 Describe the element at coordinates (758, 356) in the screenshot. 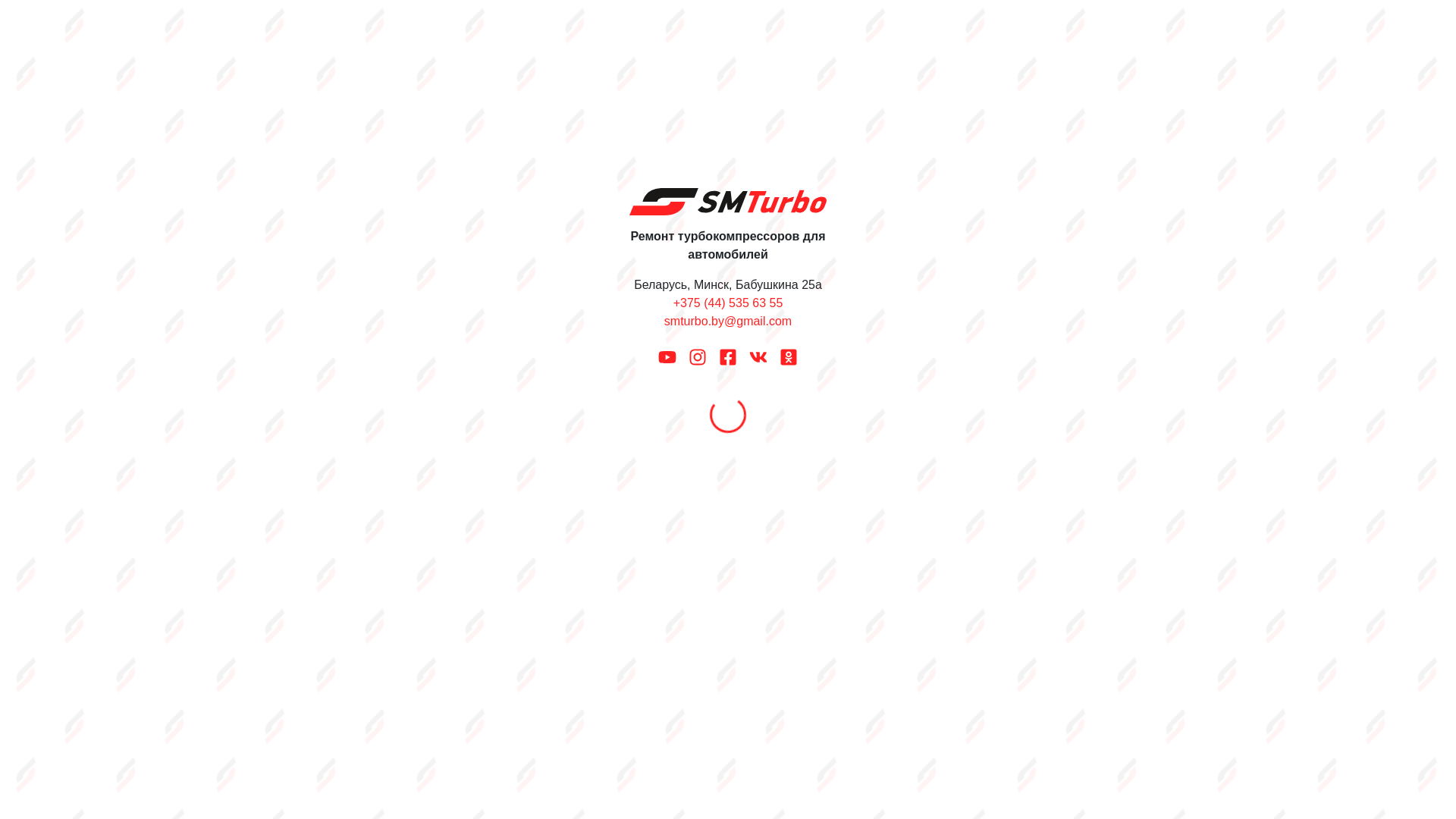

I see `'VK'` at that location.